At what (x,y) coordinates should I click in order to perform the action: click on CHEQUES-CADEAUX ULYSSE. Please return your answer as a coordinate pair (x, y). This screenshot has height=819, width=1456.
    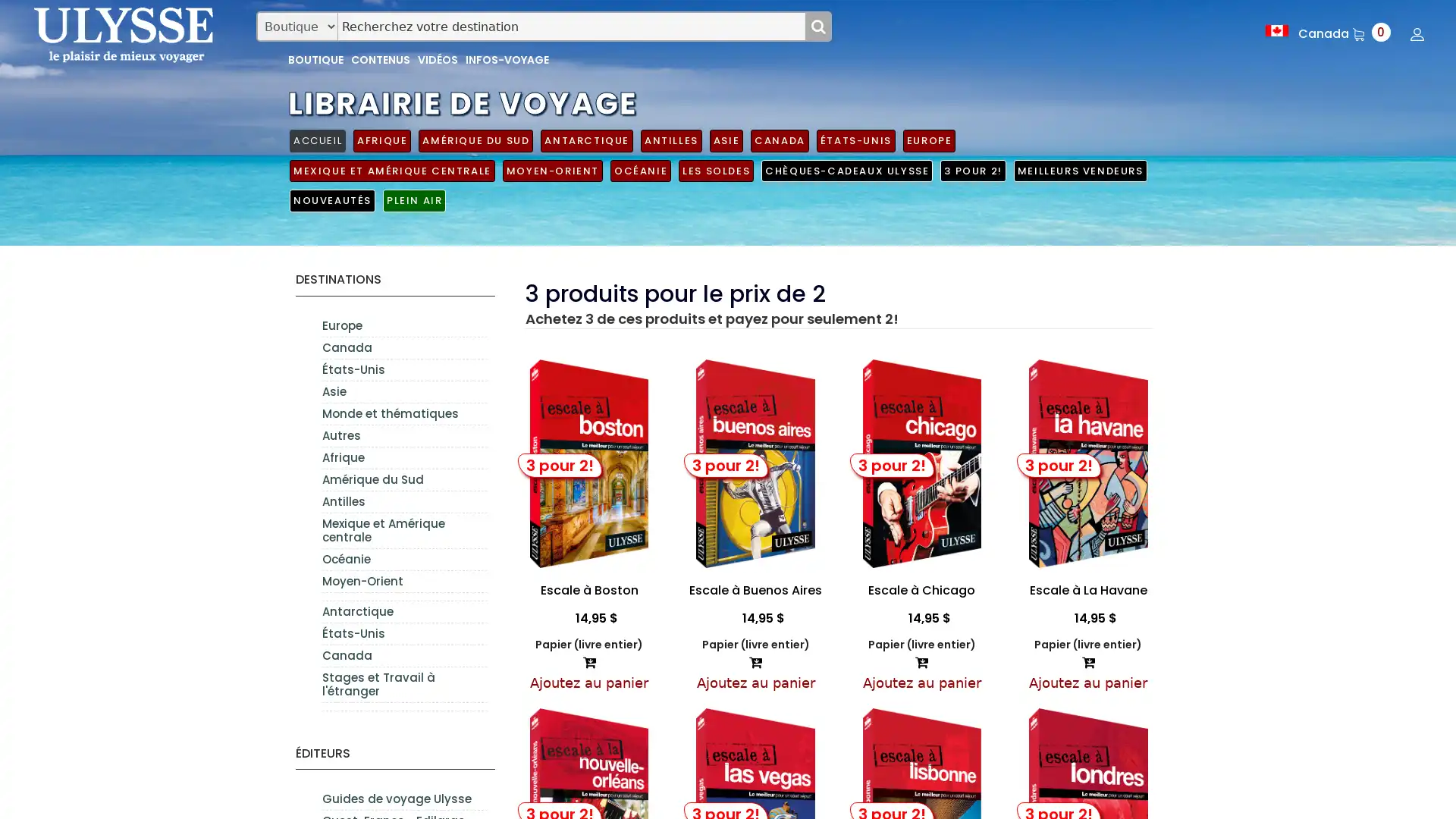
    Looking at the image, I should click on (846, 170).